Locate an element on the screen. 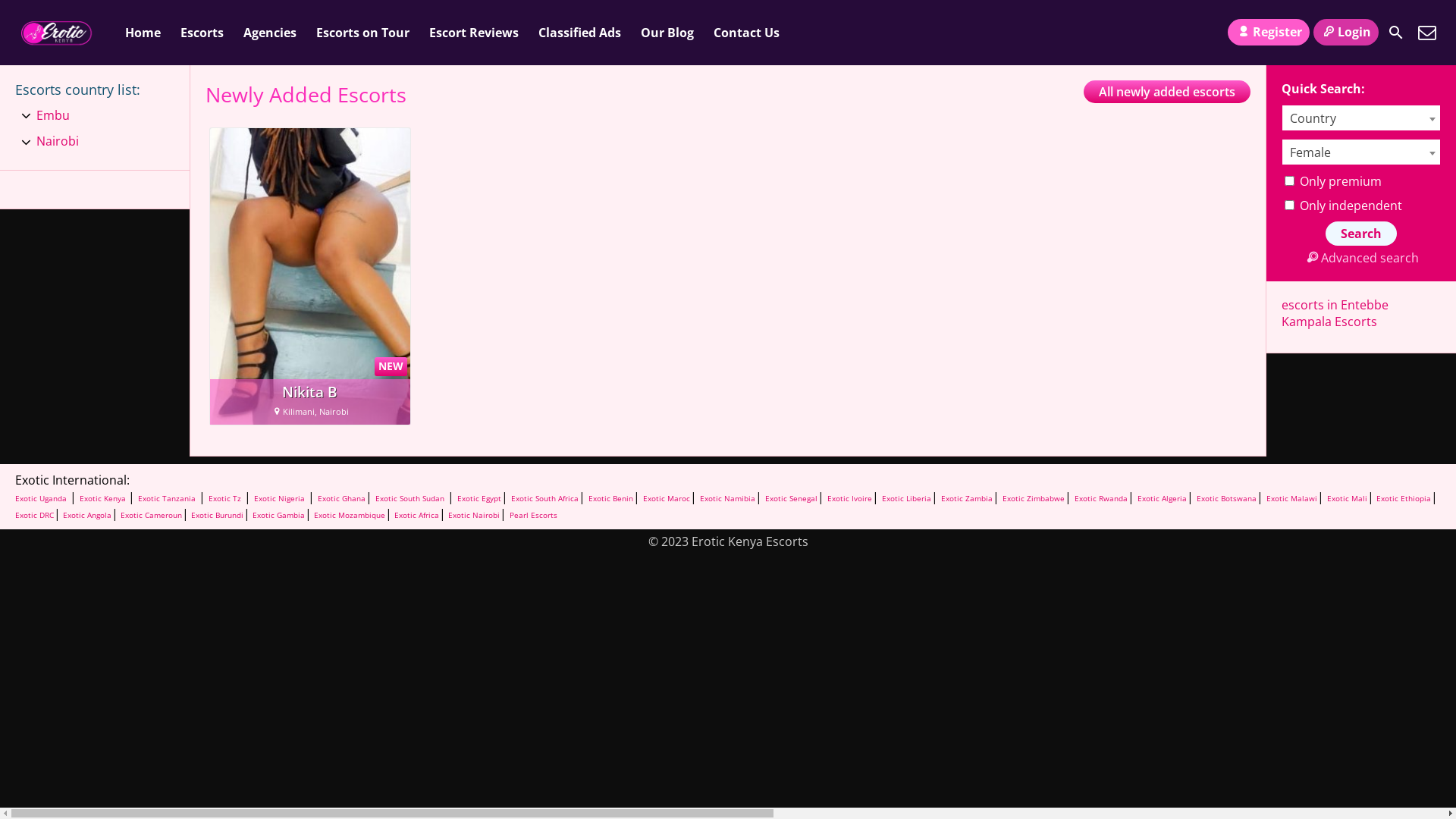 The height and width of the screenshot is (819, 1456). 'Exotic Ethiopia' is located at coordinates (1373, 497).